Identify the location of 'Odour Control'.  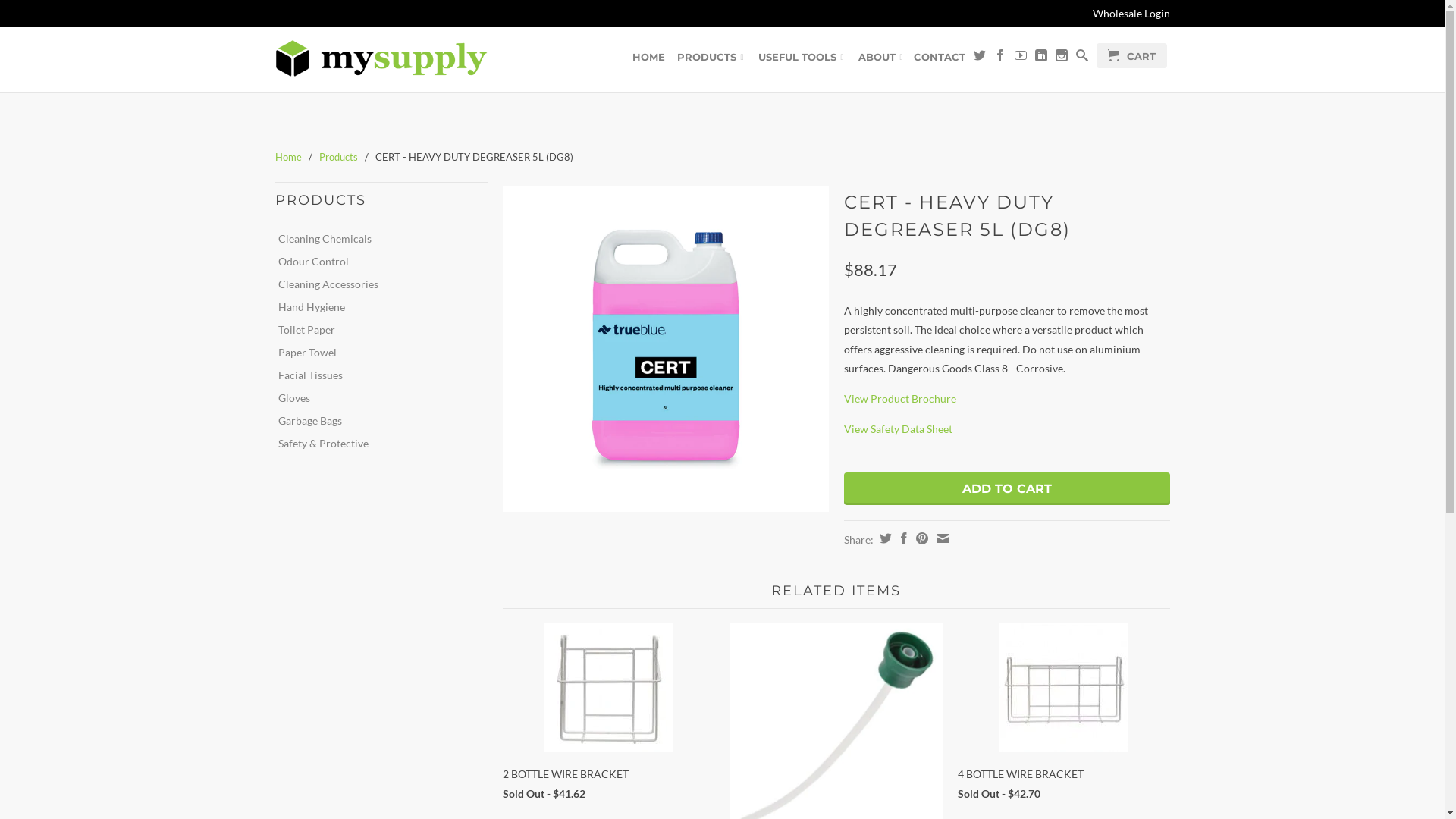
(375, 260).